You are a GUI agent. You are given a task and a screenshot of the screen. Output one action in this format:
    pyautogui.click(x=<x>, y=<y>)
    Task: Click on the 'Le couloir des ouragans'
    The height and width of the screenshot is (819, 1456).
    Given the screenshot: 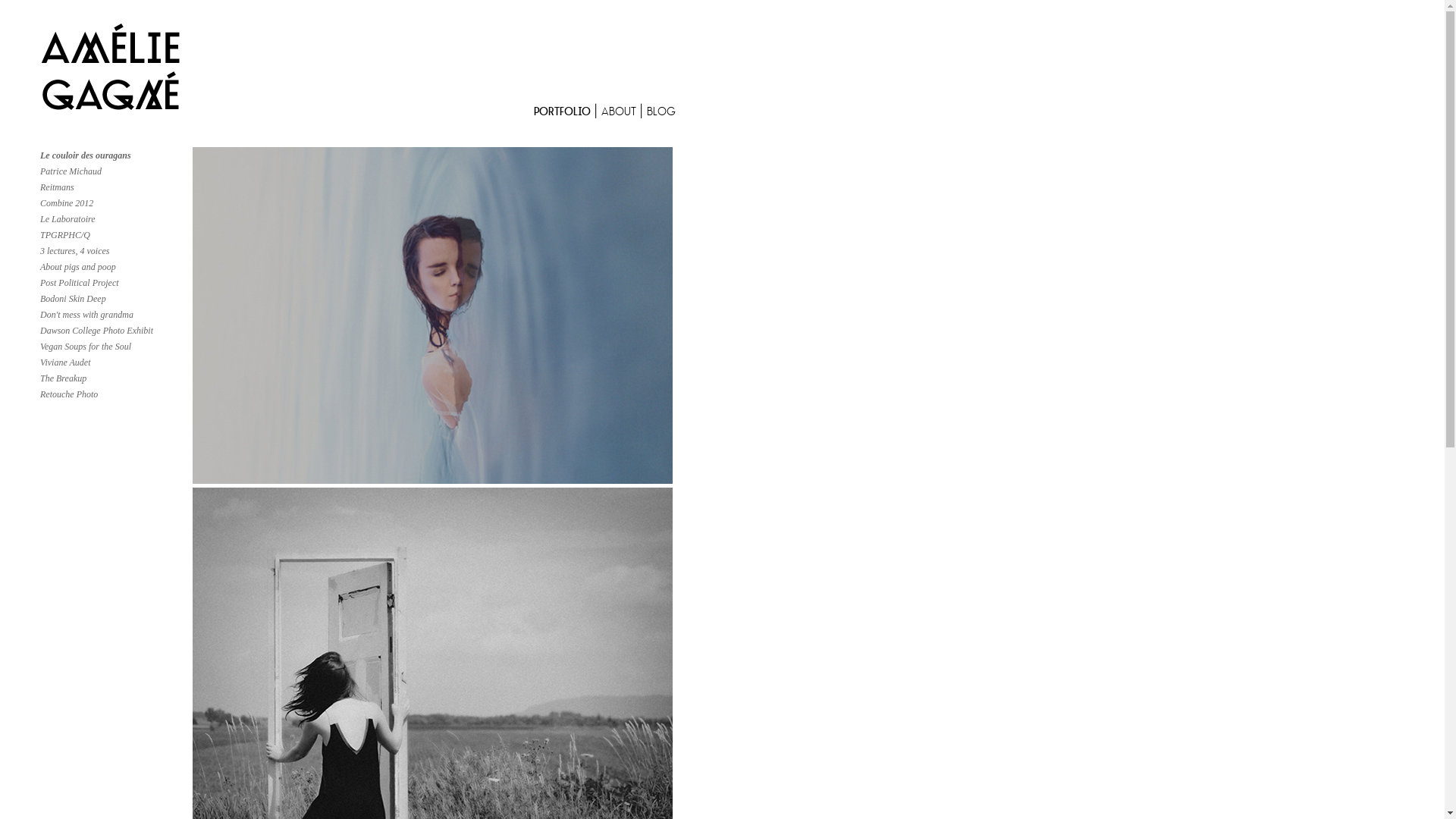 What is the action you would take?
    pyautogui.click(x=85, y=155)
    